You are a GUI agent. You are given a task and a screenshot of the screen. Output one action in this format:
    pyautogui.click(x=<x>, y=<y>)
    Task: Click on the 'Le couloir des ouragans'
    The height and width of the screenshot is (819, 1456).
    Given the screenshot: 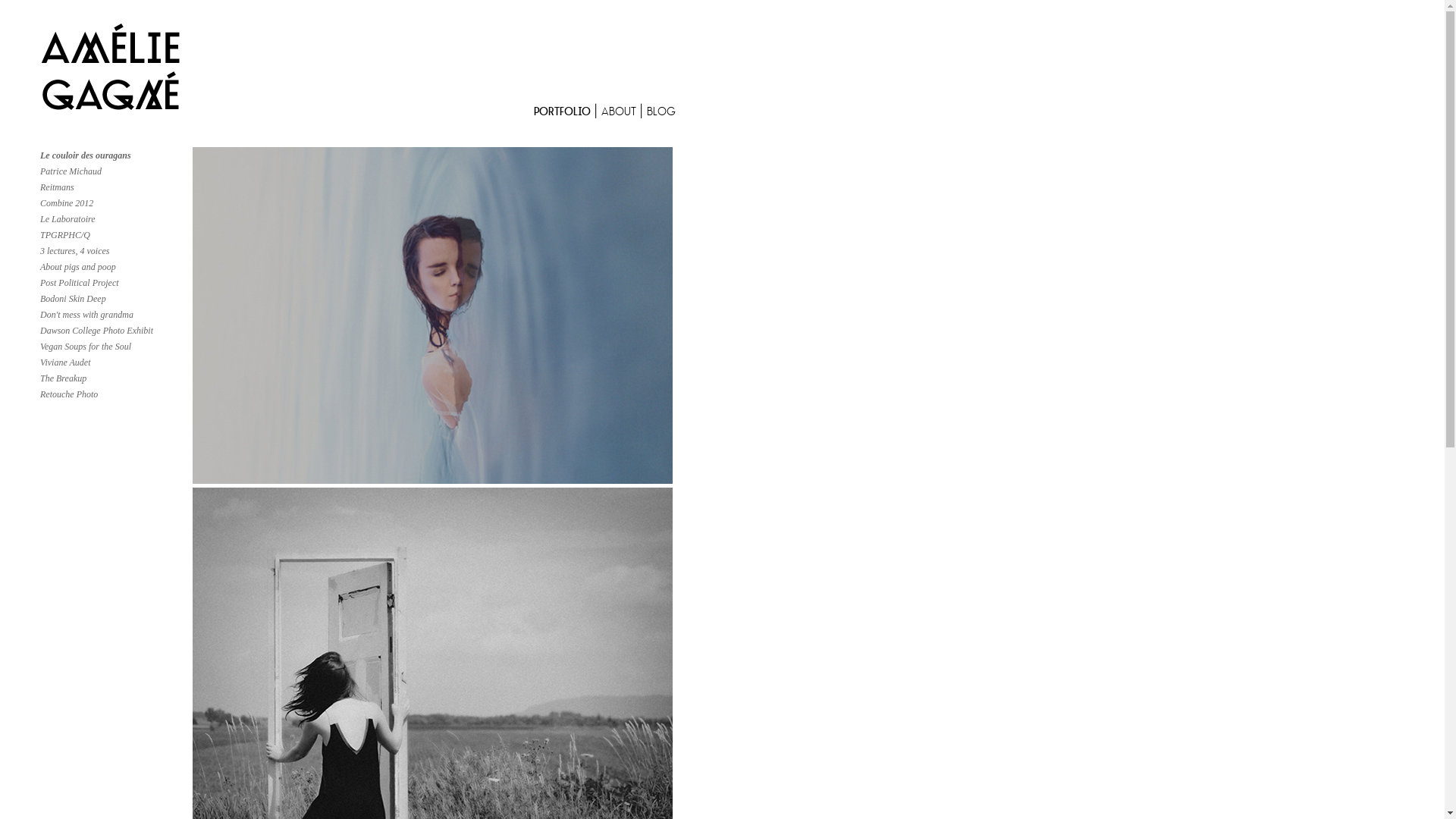 What is the action you would take?
    pyautogui.click(x=85, y=155)
    